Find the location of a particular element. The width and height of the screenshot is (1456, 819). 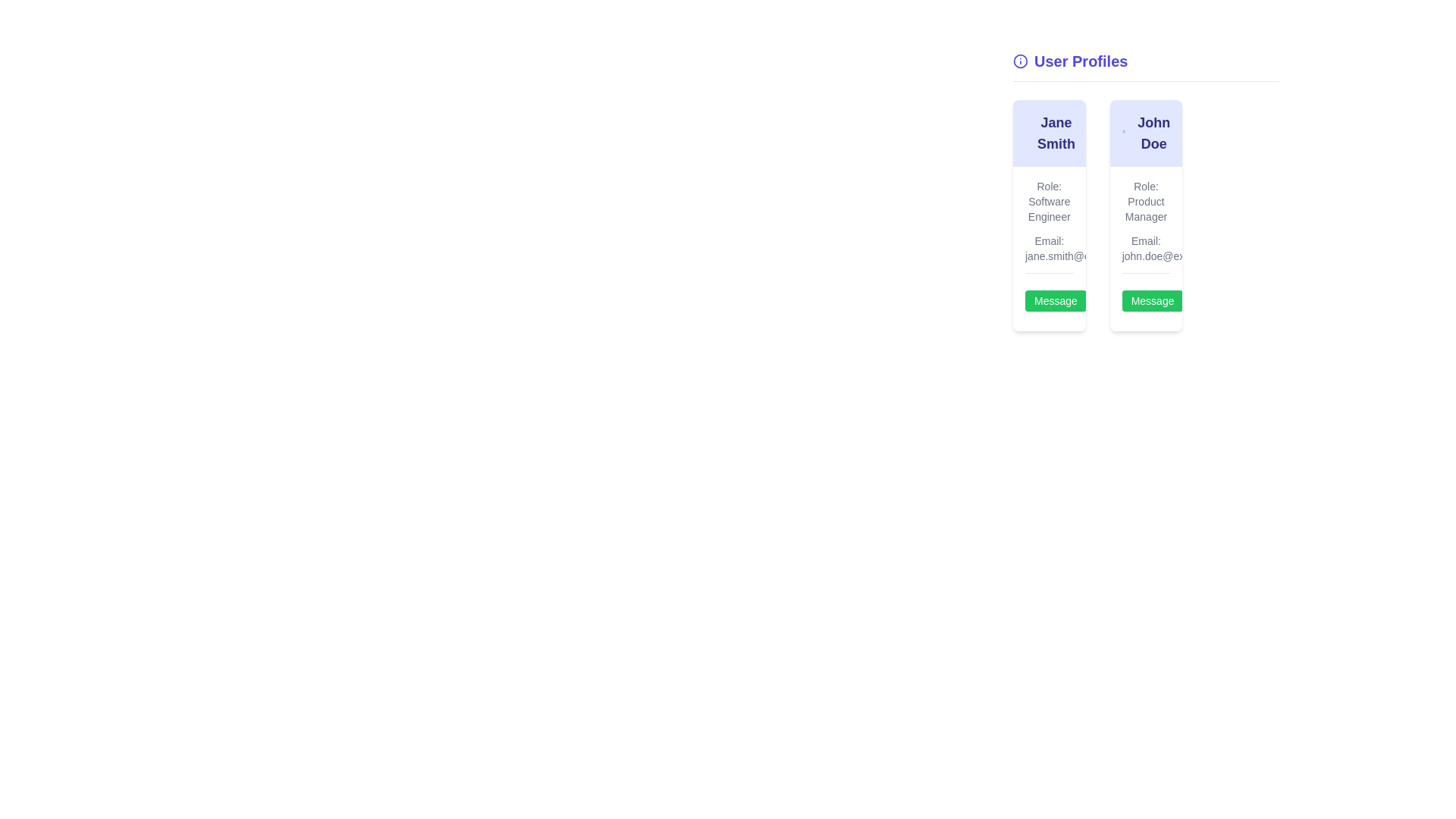

the text display that shows 'Email: john.doe@example.com', located under 'Role: Product Manager' in John Doe's profile card is located at coordinates (1146, 247).